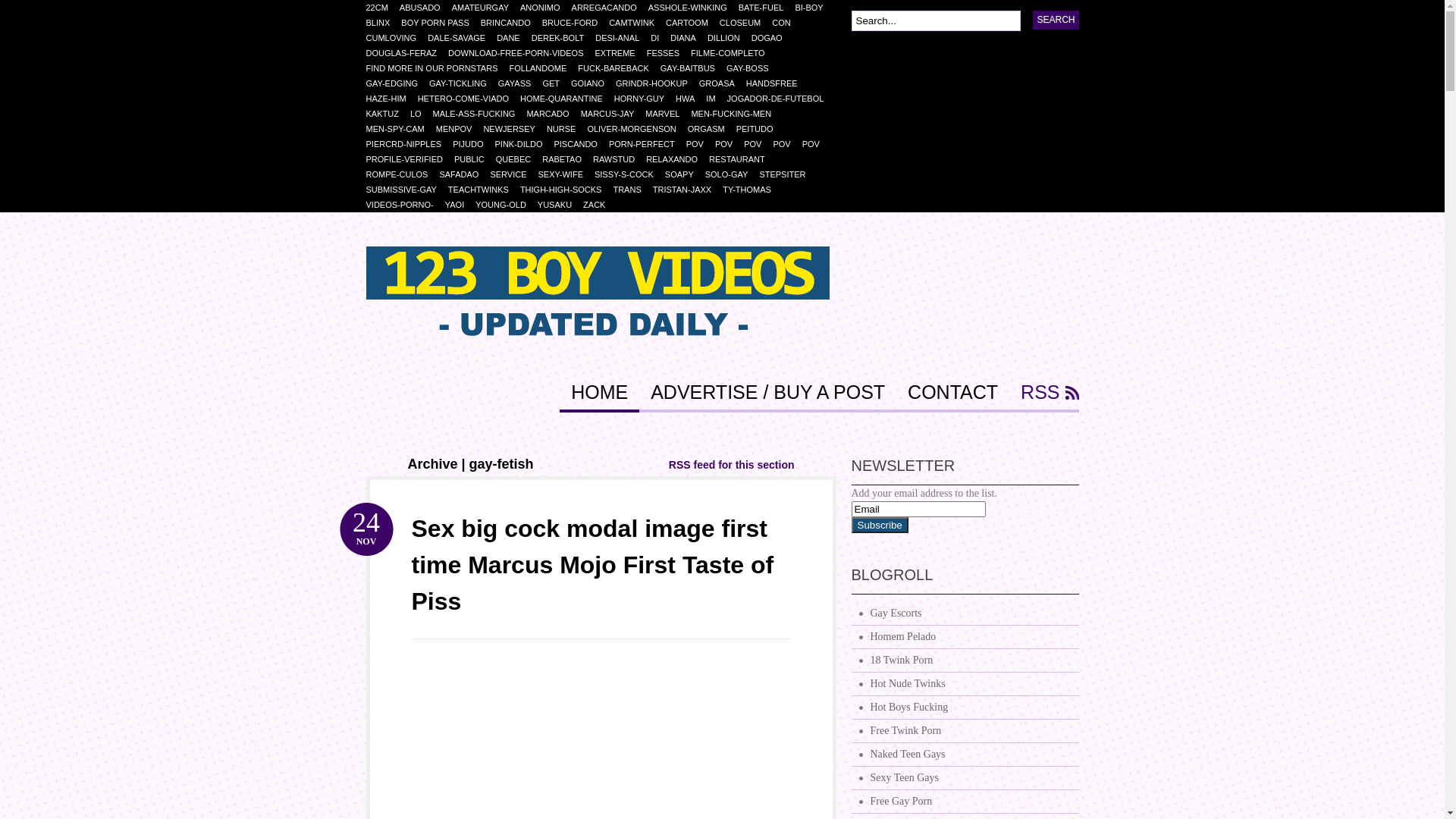 Image resolution: width=1456 pixels, height=819 pixels. What do you see at coordinates (964, 637) in the screenshot?
I see `'Homem Pelado'` at bounding box center [964, 637].